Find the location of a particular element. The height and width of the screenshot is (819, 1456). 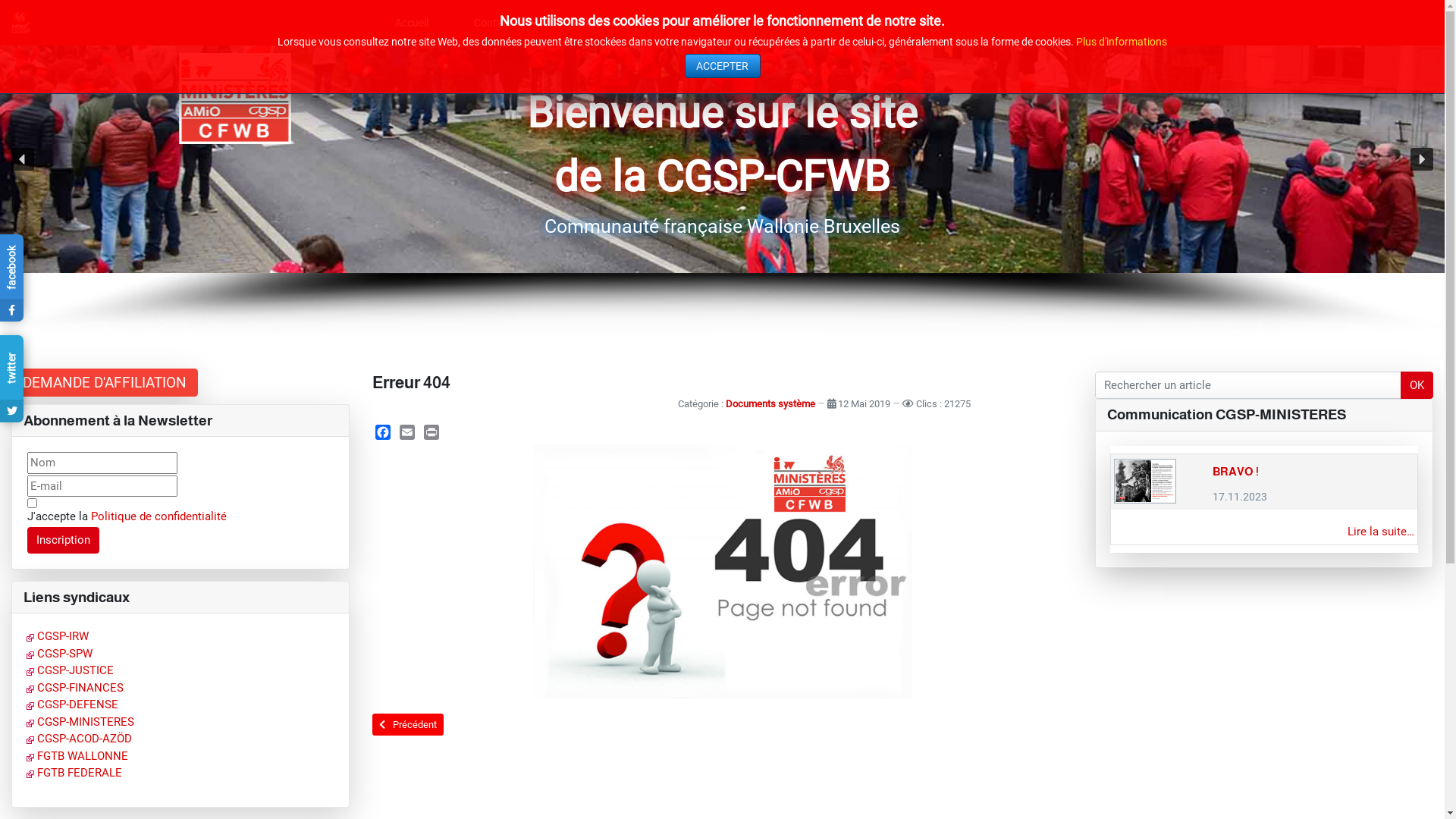

' CGSP-SPW' is located at coordinates (59, 652).